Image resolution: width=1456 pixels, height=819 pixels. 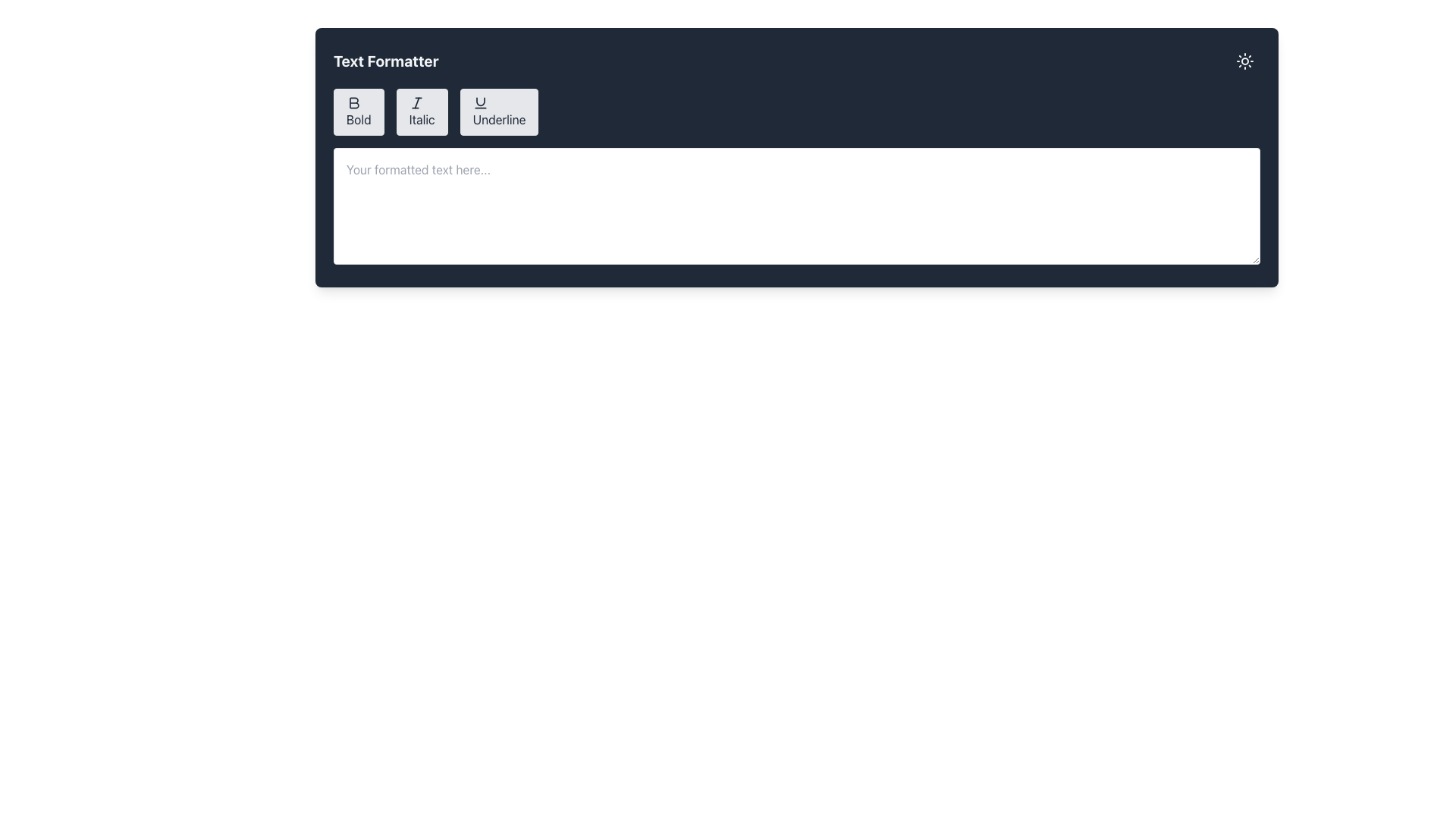 I want to click on the 'Bold' formatting icon located within the first button of the formatting options toolbar at the top-left corner of the text editor, so click(x=353, y=102).